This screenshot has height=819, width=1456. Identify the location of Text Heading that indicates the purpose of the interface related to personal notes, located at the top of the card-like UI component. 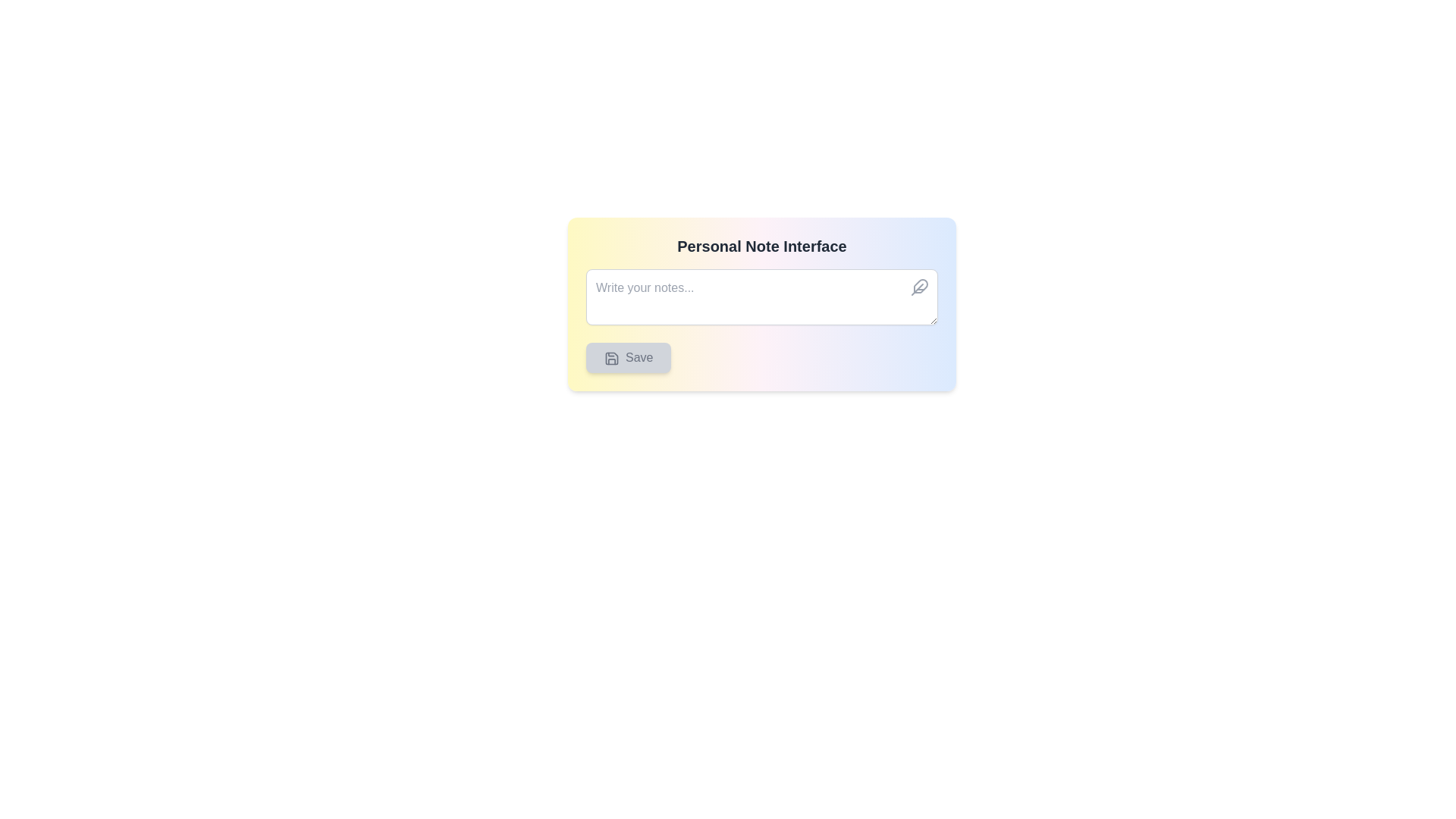
(761, 245).